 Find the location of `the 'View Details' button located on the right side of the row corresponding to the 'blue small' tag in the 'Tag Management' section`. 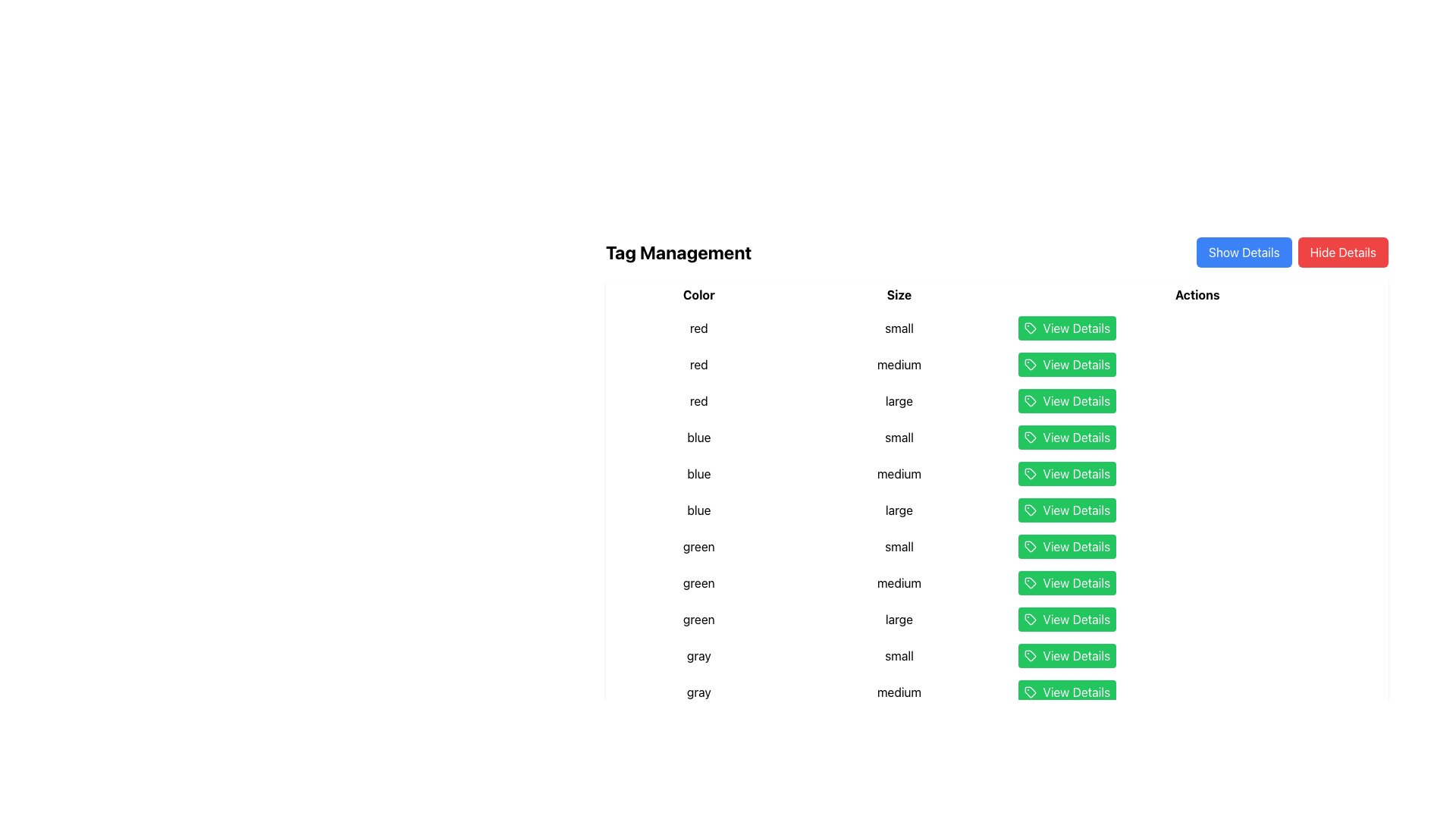

the 'View Details' button located on the right side of the row corresponding to the 'blue small' tag in the 'Tag Management' section is located at coordinates (997, 438).